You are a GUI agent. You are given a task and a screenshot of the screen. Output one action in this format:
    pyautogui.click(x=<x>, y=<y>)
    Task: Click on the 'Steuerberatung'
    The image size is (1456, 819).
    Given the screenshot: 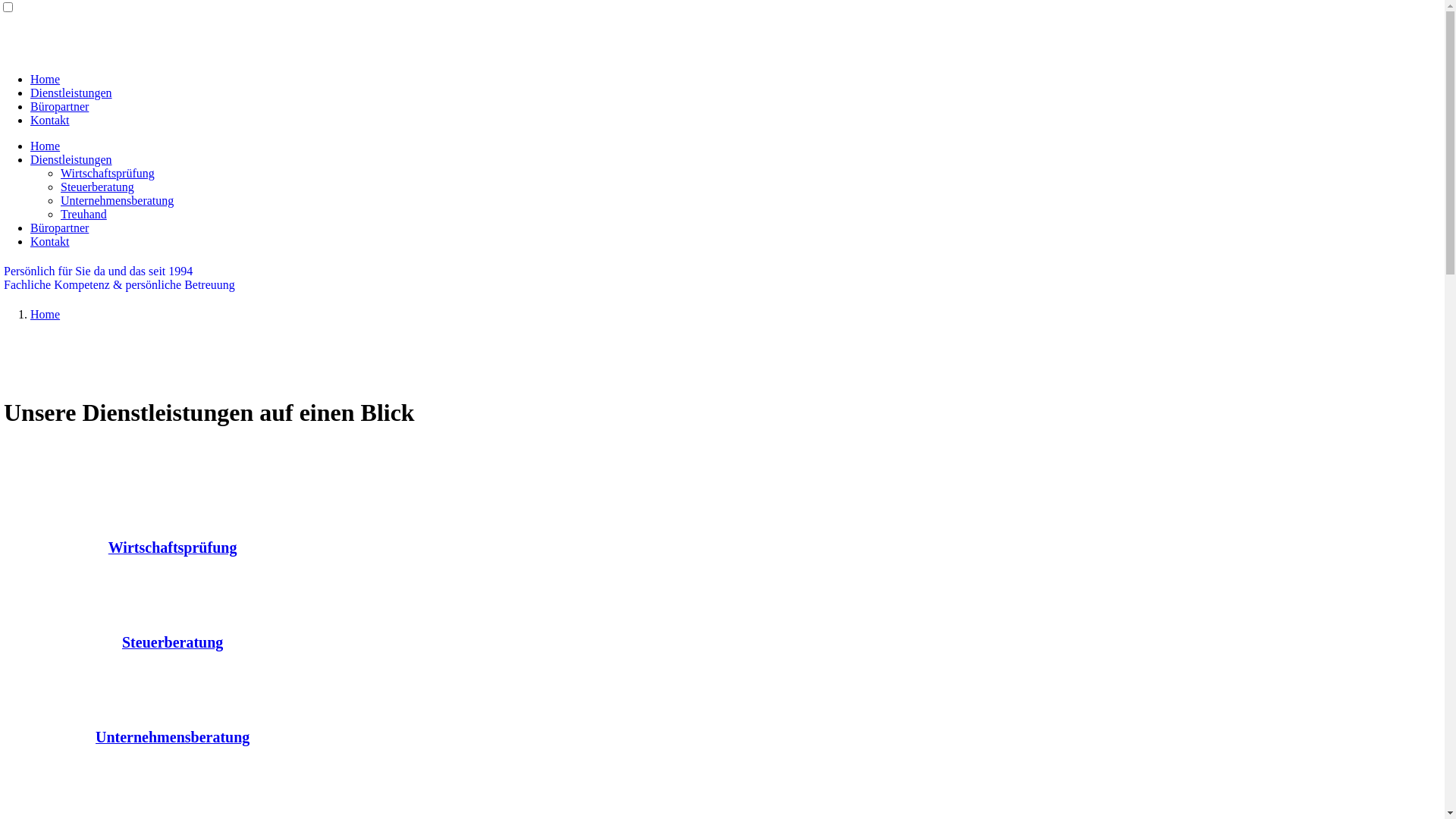 What is the action you would take?
    pyautogui.click(x=172, y=643)
    